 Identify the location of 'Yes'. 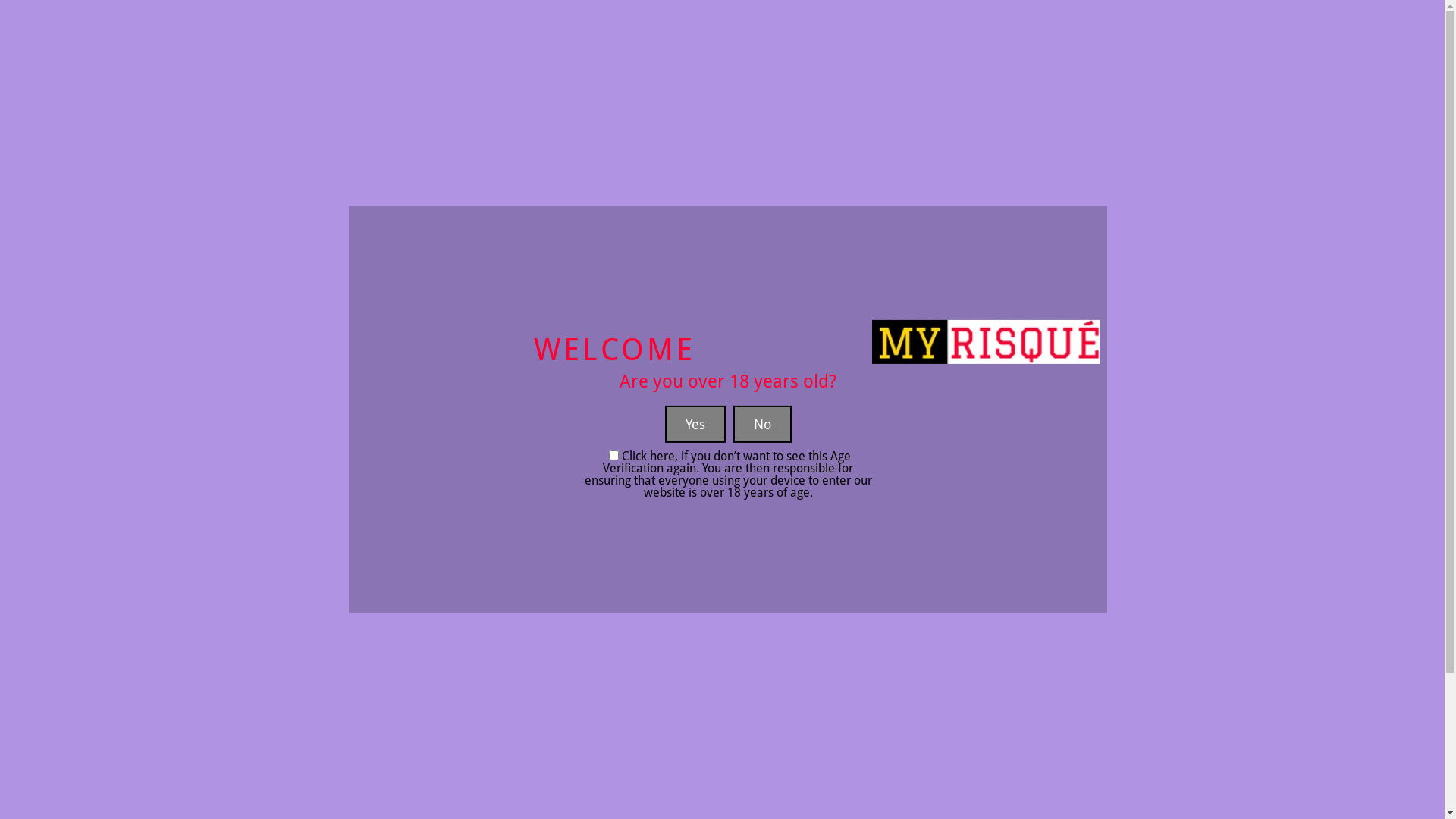
(694, 424).